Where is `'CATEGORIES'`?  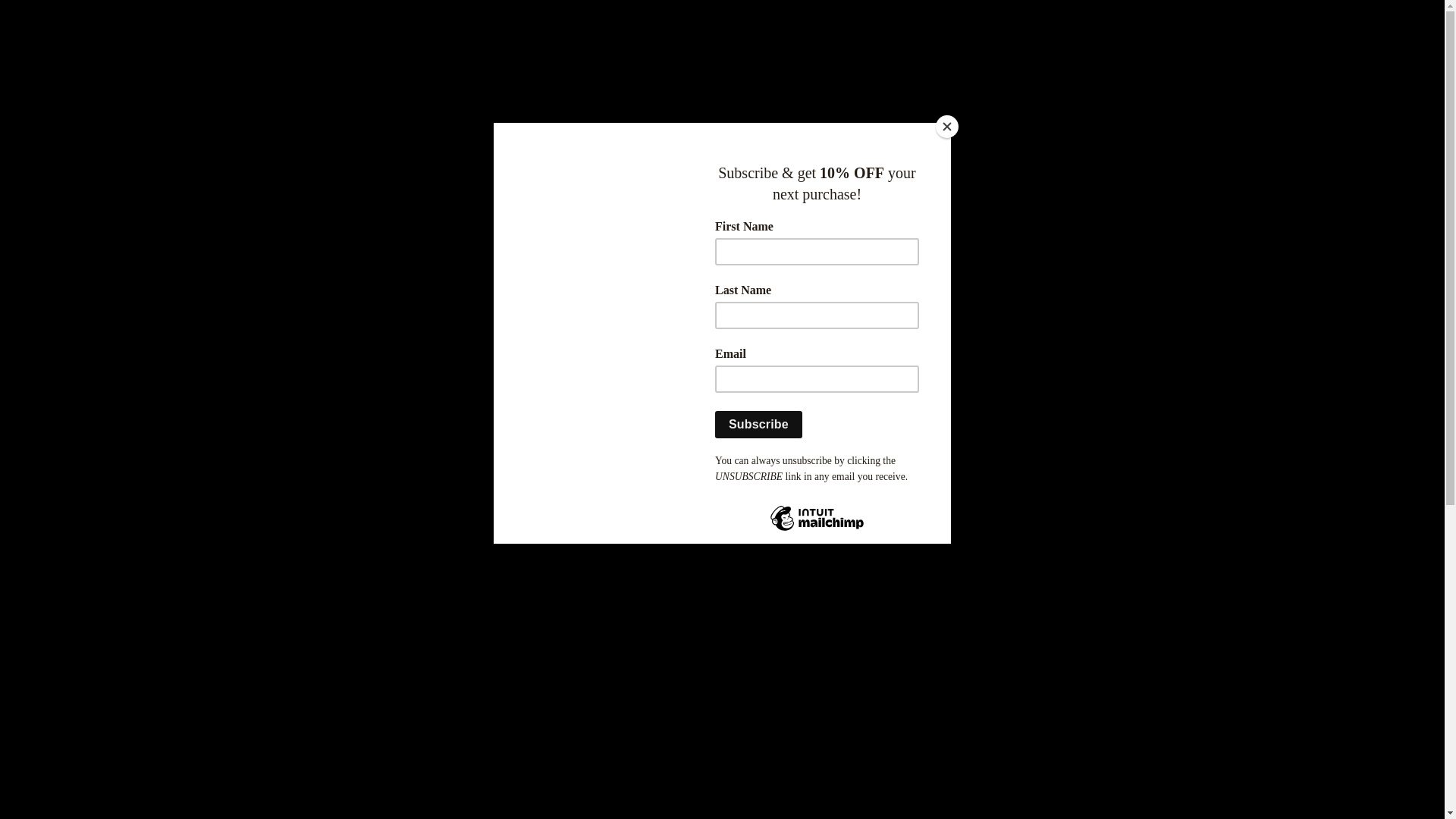 'CATEGORIES' is located at coordinates (789, 314).